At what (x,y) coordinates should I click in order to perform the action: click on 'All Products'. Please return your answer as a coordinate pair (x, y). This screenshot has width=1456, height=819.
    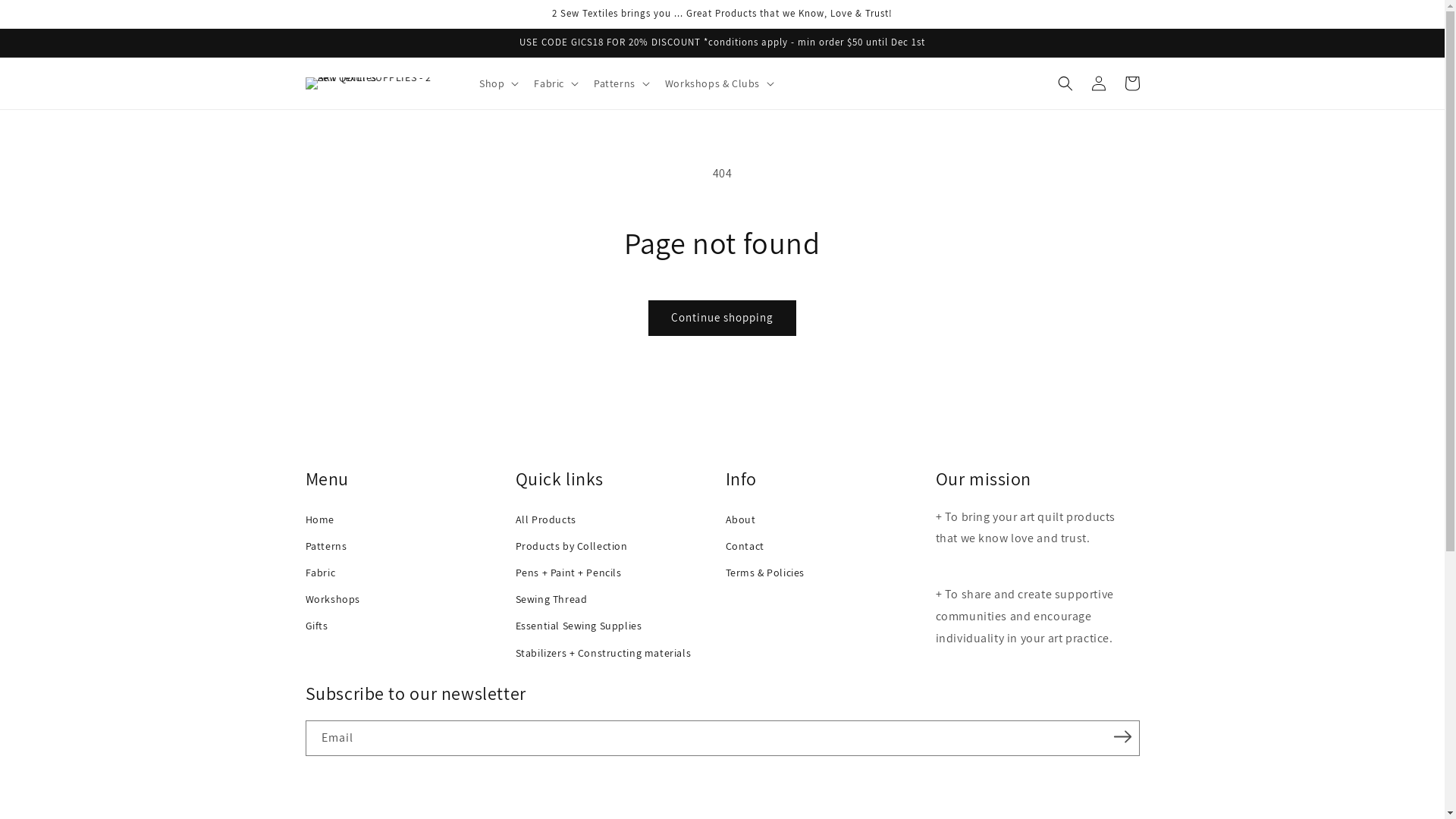
    Looking at the image, I should click on (516, 519).